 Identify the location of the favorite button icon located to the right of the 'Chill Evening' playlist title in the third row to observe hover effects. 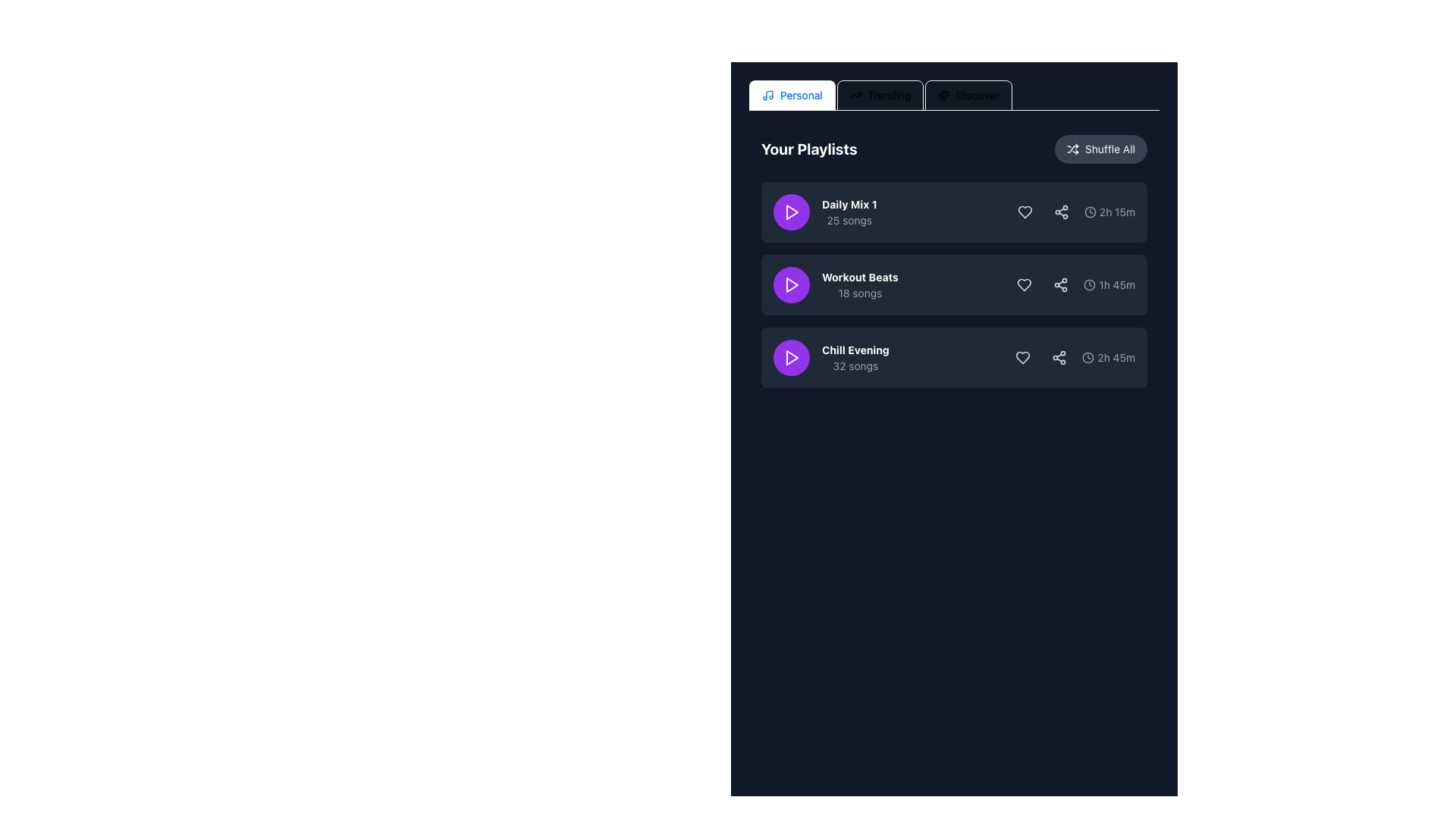
(1023, 357).